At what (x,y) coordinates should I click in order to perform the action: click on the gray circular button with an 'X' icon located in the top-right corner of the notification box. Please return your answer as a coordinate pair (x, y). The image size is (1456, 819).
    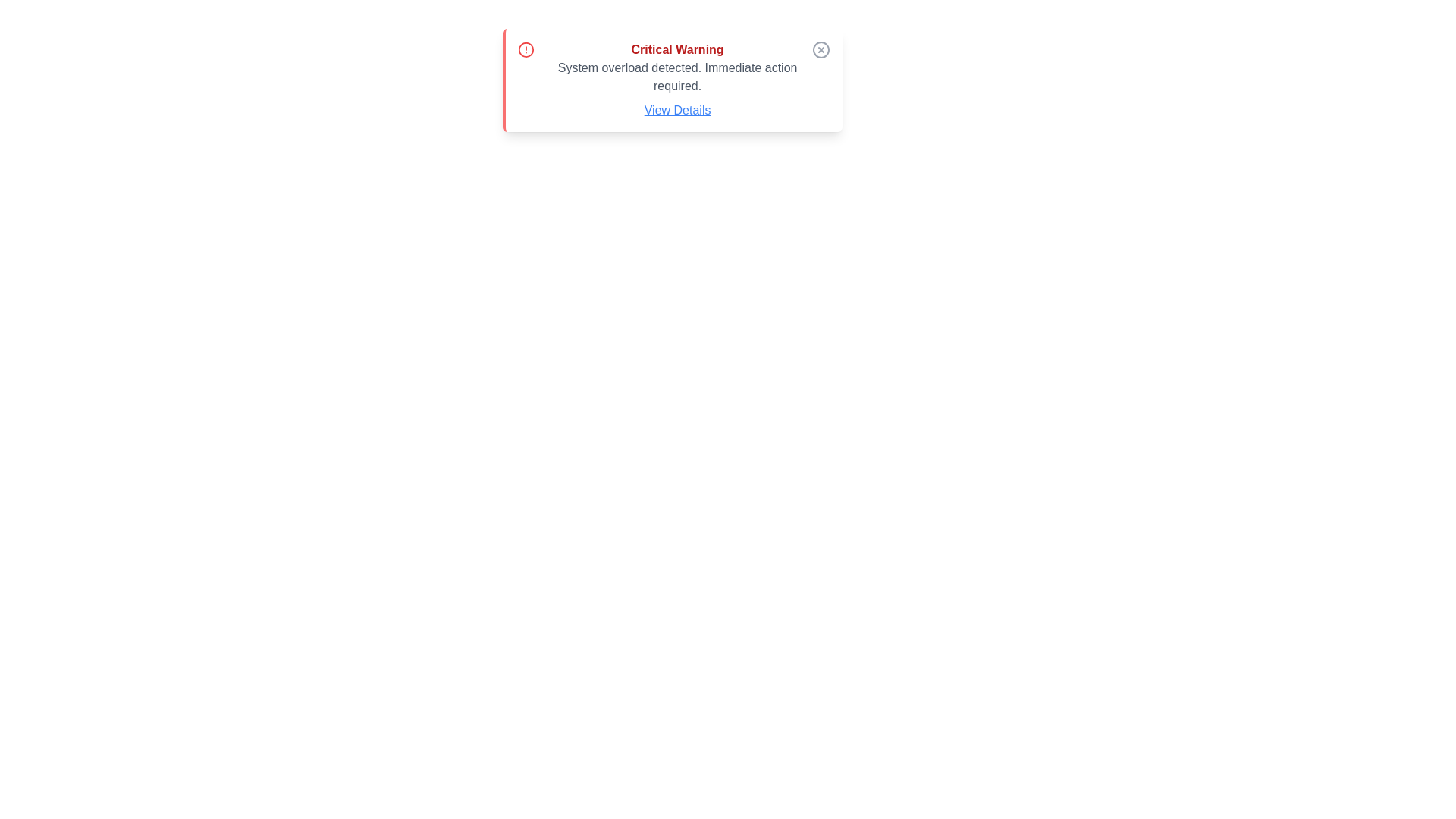
    Looking at the image, I should click on (820, 49).